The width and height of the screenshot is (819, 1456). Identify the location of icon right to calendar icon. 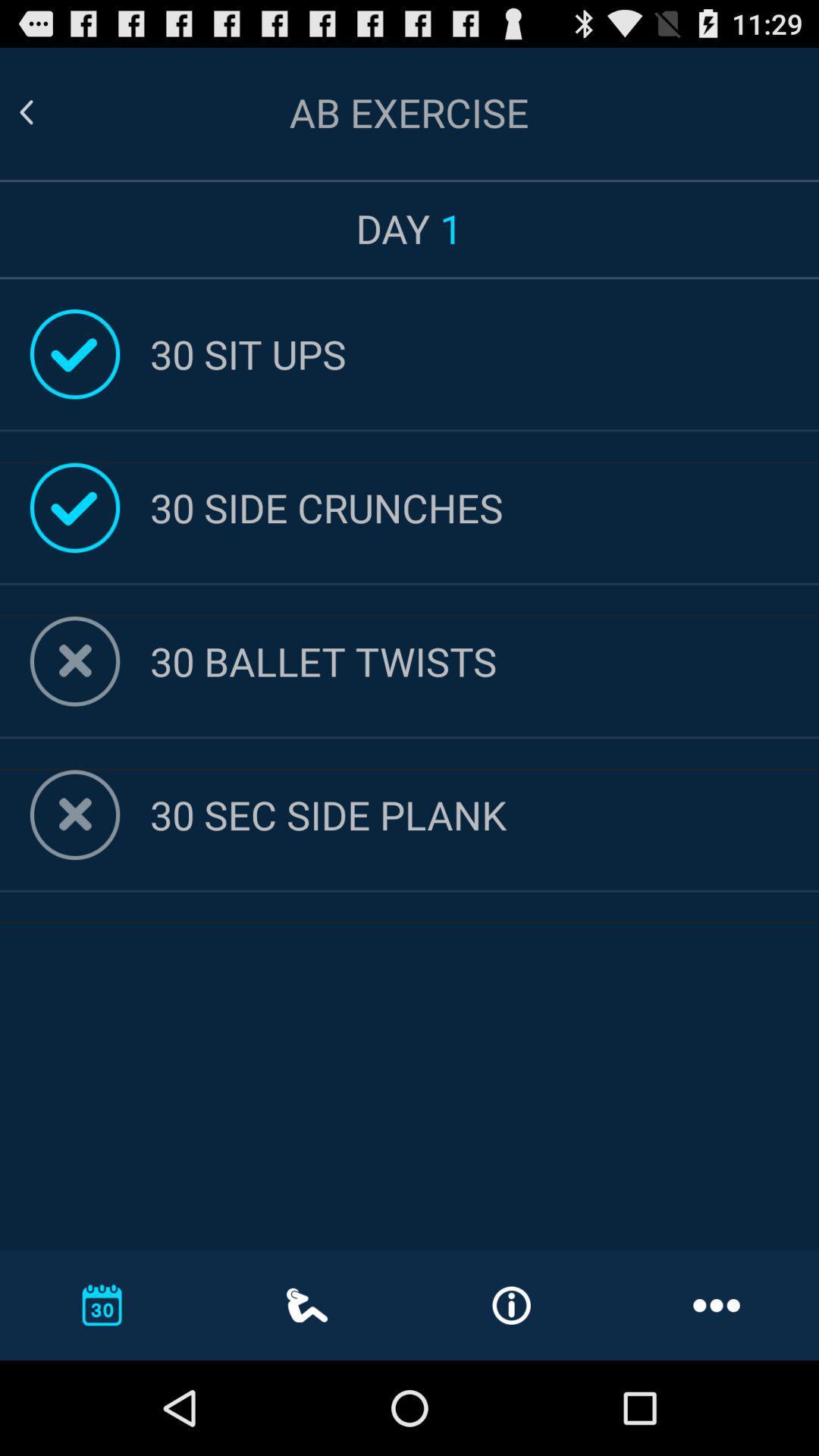
(307, 1304).